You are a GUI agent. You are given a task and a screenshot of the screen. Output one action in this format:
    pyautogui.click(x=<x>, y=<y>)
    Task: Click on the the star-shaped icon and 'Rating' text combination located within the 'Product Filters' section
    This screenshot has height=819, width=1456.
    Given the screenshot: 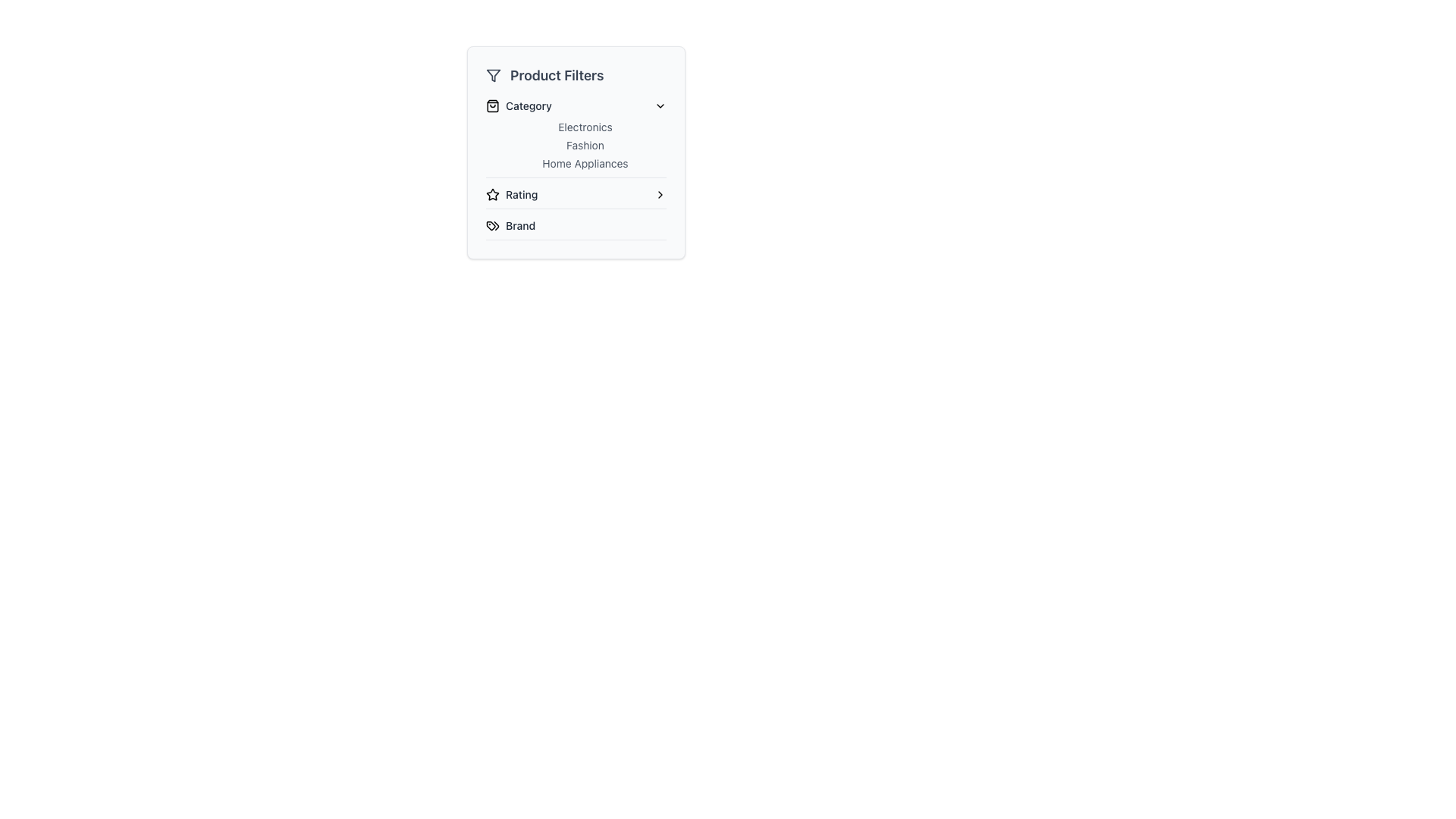 What is the action you would take?
    pyautogui.click(x=512, y=194)
    